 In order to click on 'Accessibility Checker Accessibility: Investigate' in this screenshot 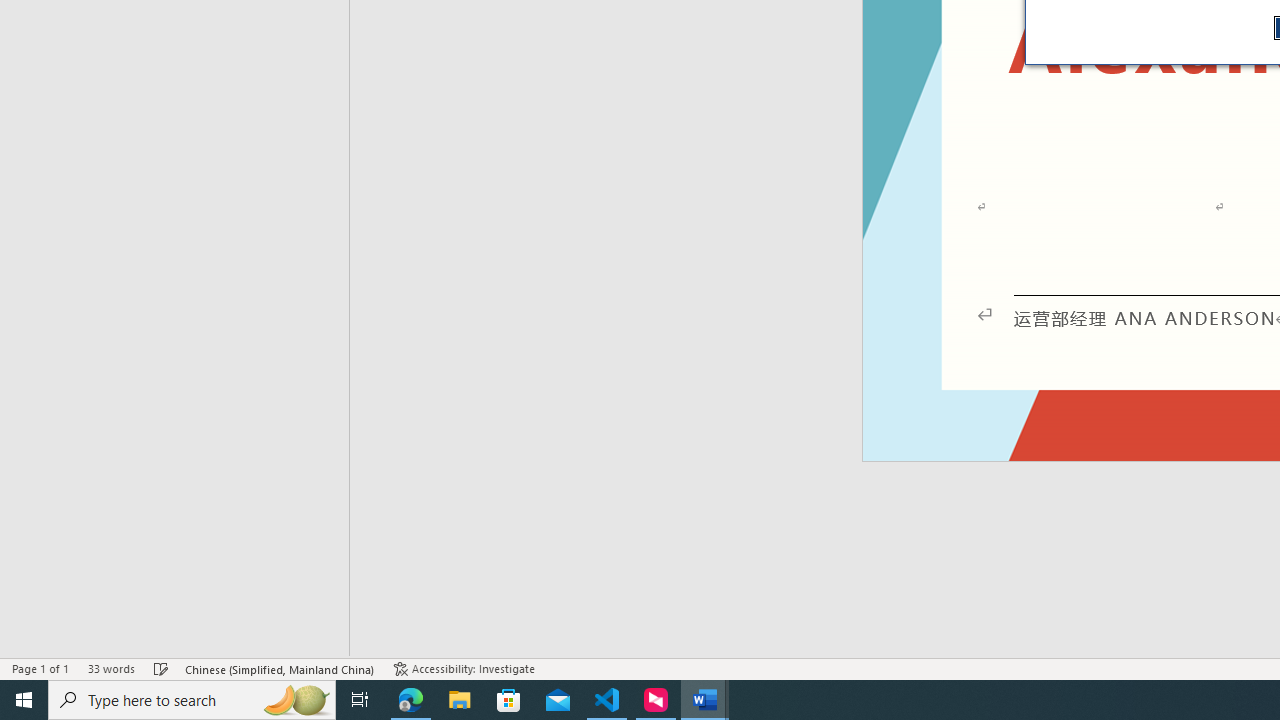, I will do `click(463, 669)`.